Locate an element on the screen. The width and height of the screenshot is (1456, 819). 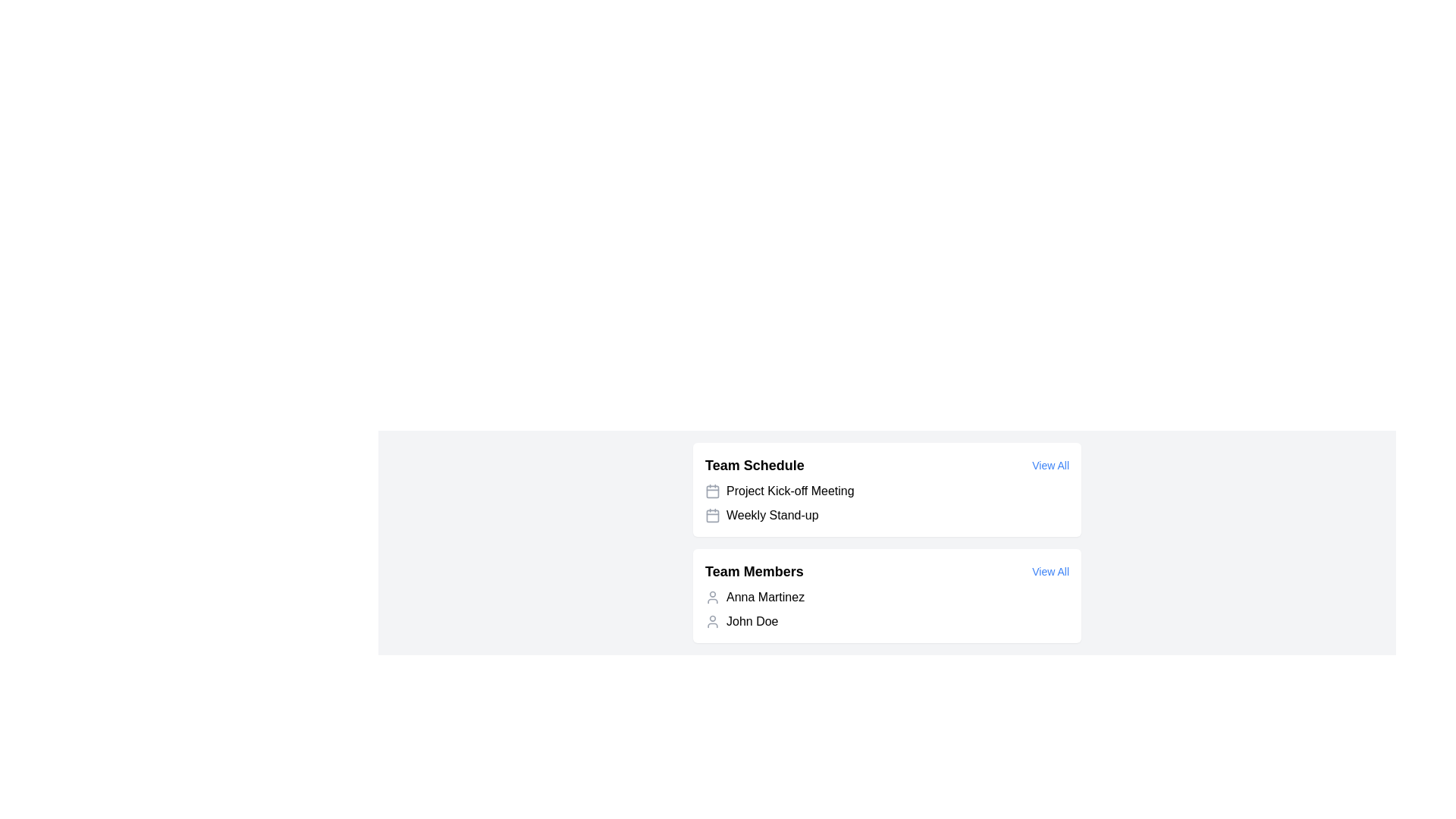
the hyperlink styled as a button located in the top-right corner of the 'Team Schedule' section is located at coordinates (1050, 464).